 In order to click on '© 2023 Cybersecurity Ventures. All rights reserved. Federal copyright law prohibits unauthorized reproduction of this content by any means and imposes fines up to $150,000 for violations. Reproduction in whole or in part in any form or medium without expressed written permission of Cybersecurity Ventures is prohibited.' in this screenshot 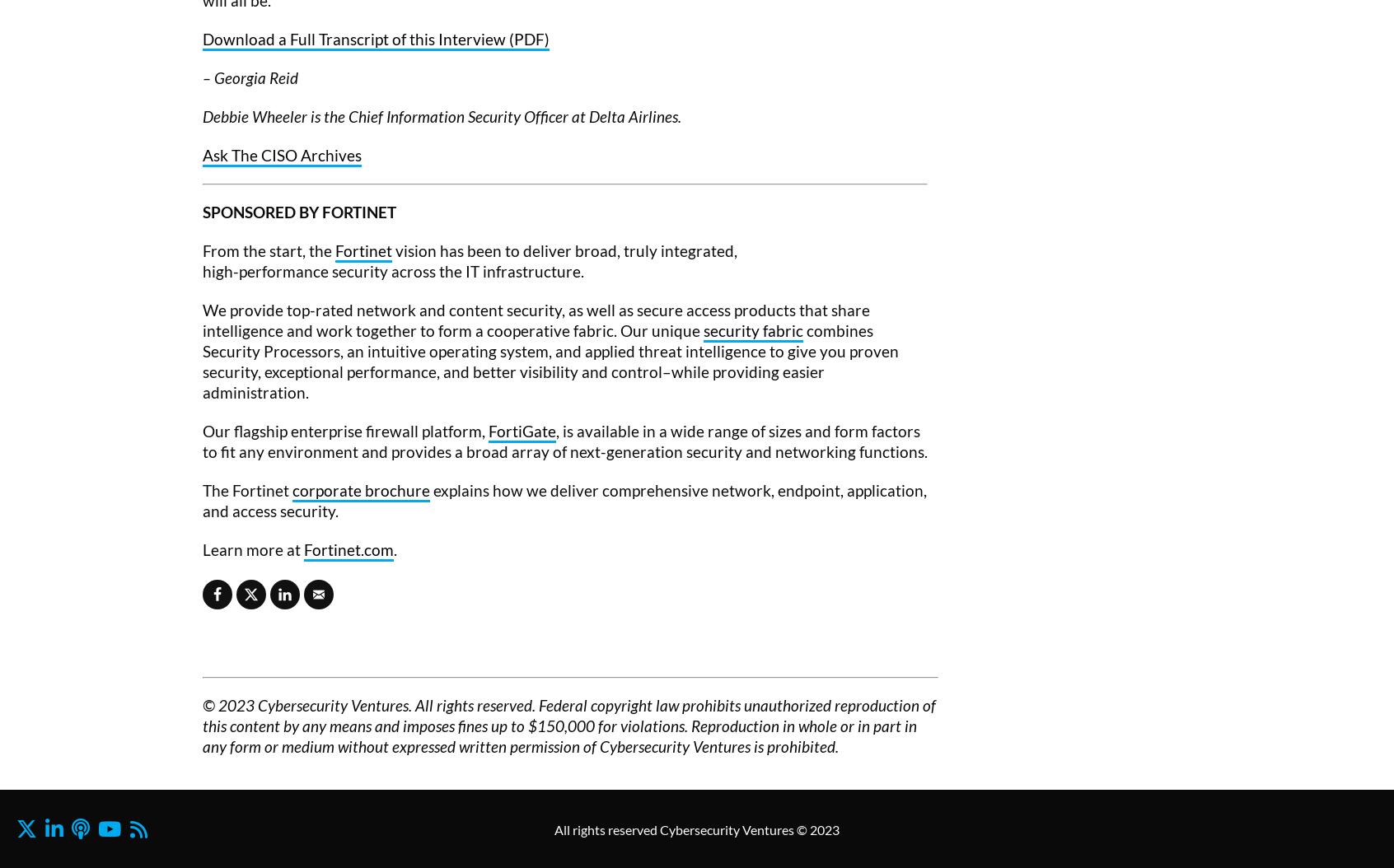, I will do `click(203, 726)`.